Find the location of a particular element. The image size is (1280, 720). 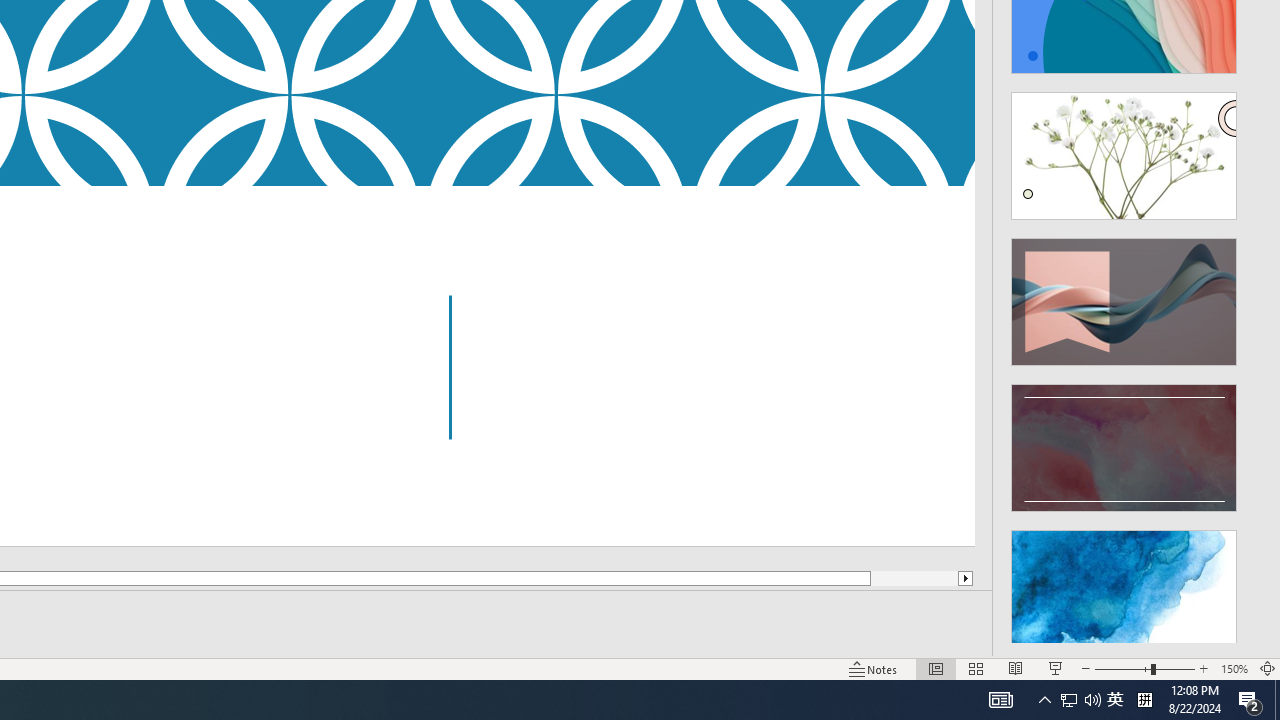

'Notes ' is located at coordinates (874, 669).